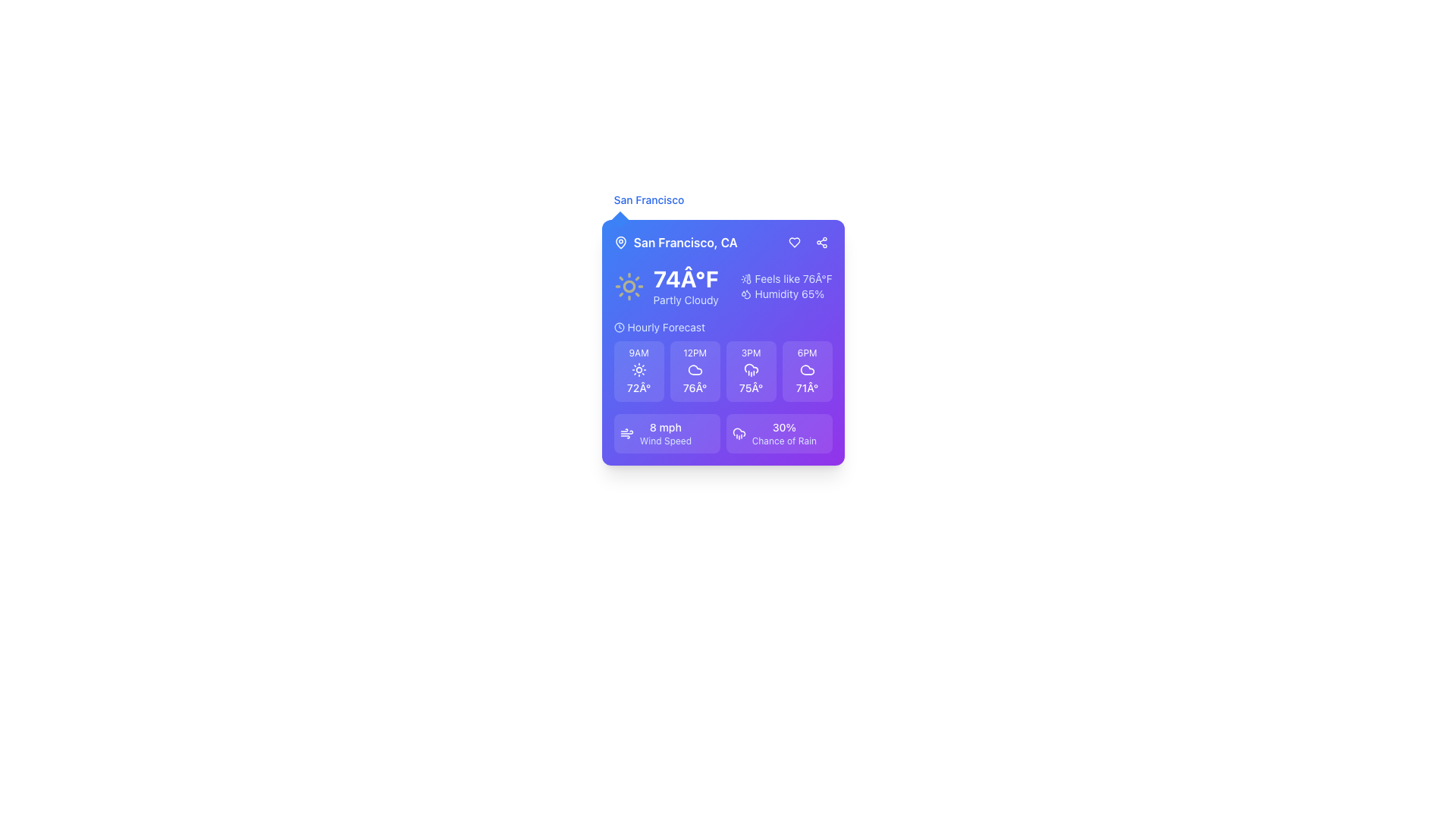 The height and width of the screenshot is (819, 1456). Describe the element at coordinates (789, 294) in the screenshot. I see `the text label that displays the current humidity level, located to the right of the 'Feels like 76°F' text in the weather card` at that location.